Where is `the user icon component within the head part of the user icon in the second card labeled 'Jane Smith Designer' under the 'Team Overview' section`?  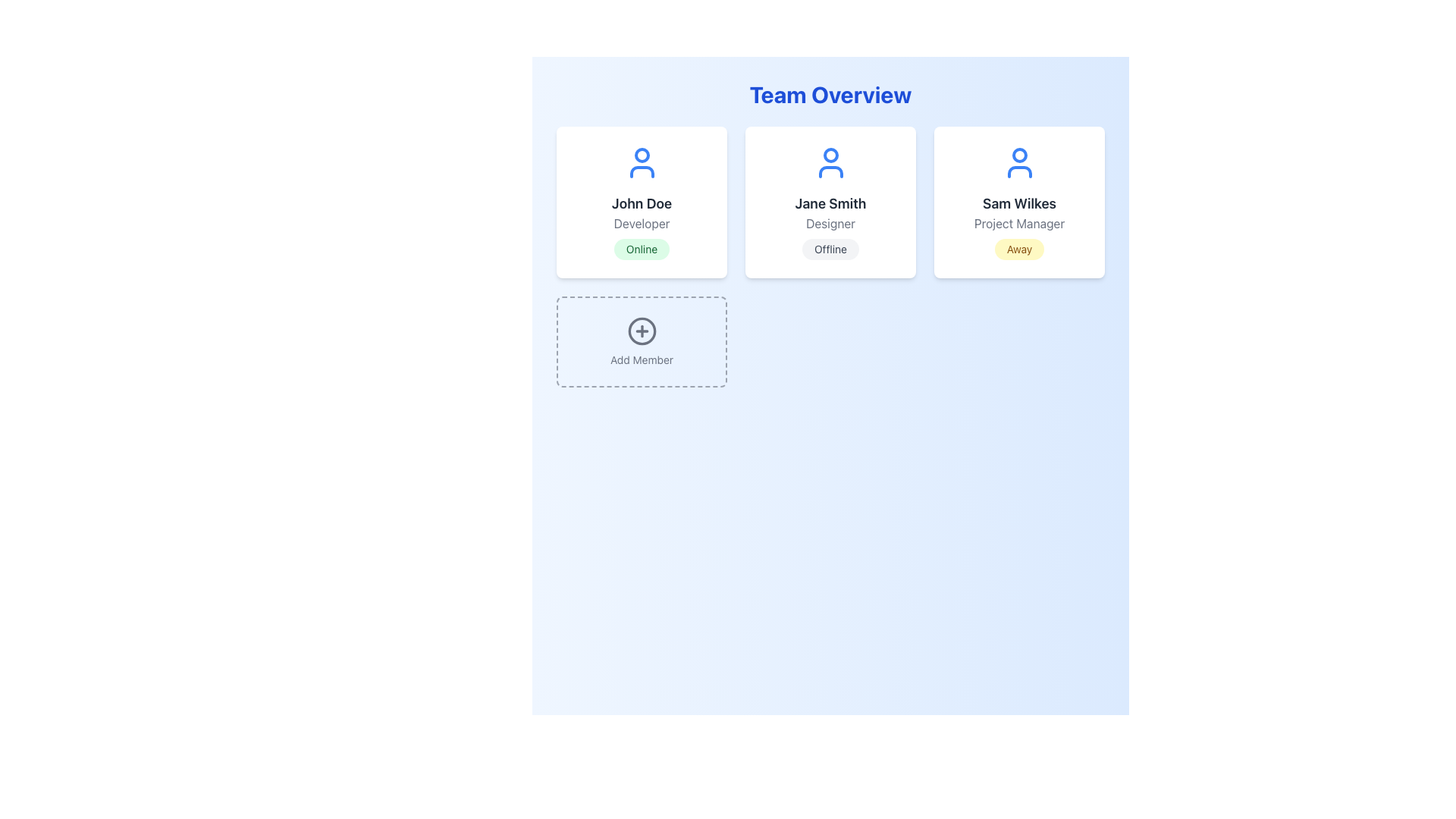 the user icon component within the head part of the user icon in the second card labeled 'Jane Smith Designer' under the 'Team Overview' section is located at coordinates (830, 155).